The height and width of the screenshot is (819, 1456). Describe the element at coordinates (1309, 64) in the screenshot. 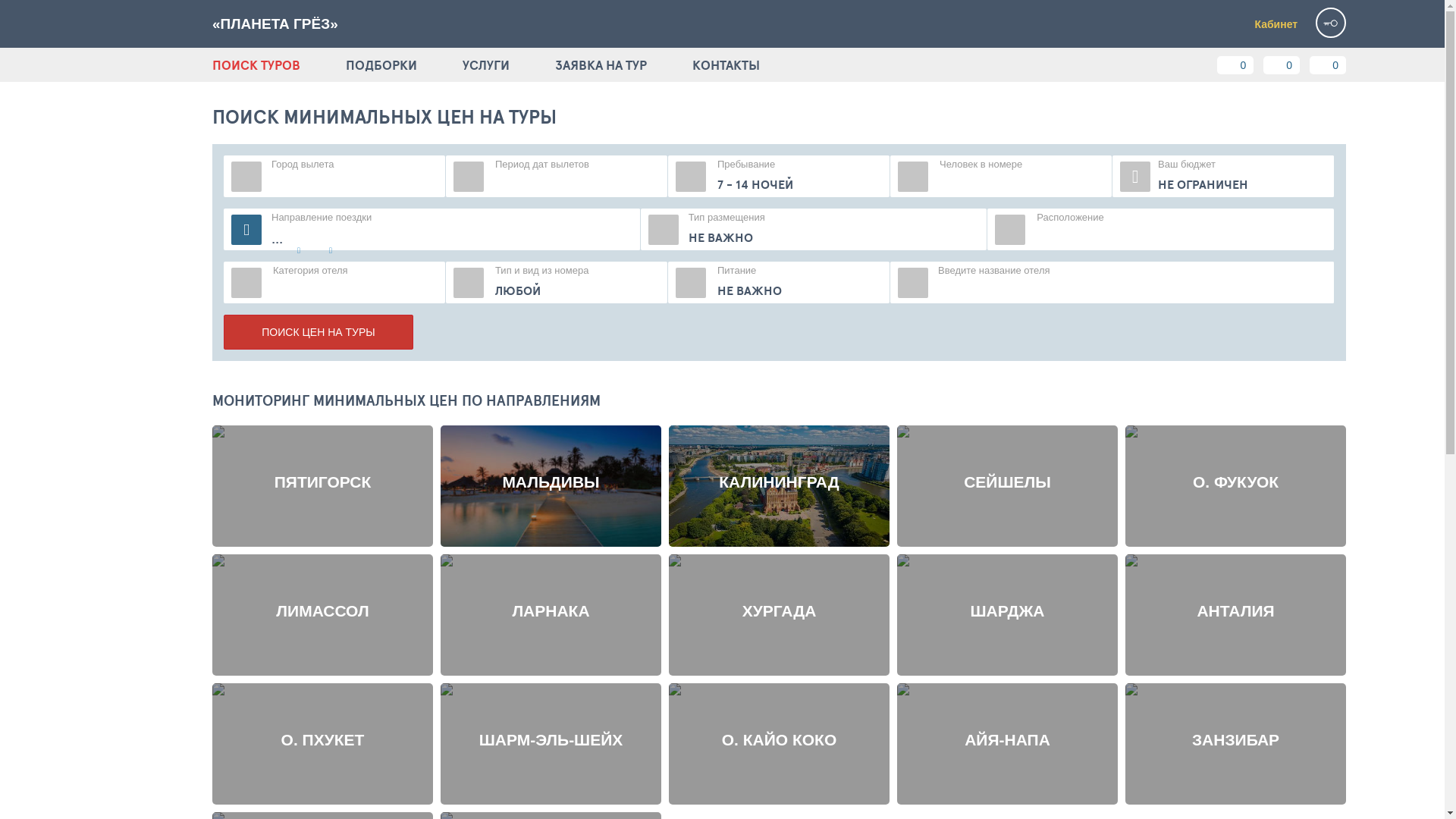

I see `'0'` at that location.